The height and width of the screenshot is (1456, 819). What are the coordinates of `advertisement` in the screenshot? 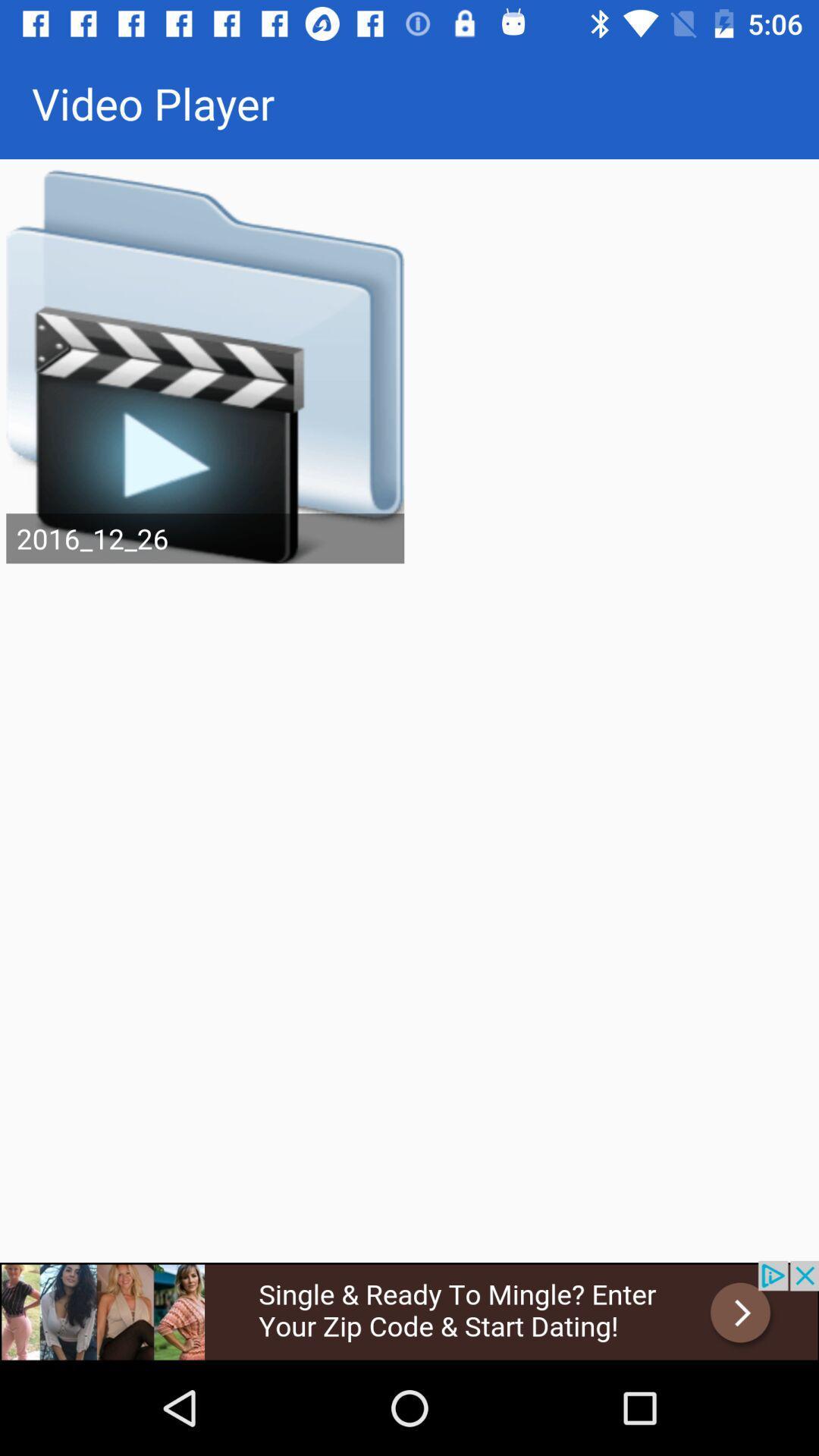 It's located at (409, 1310).